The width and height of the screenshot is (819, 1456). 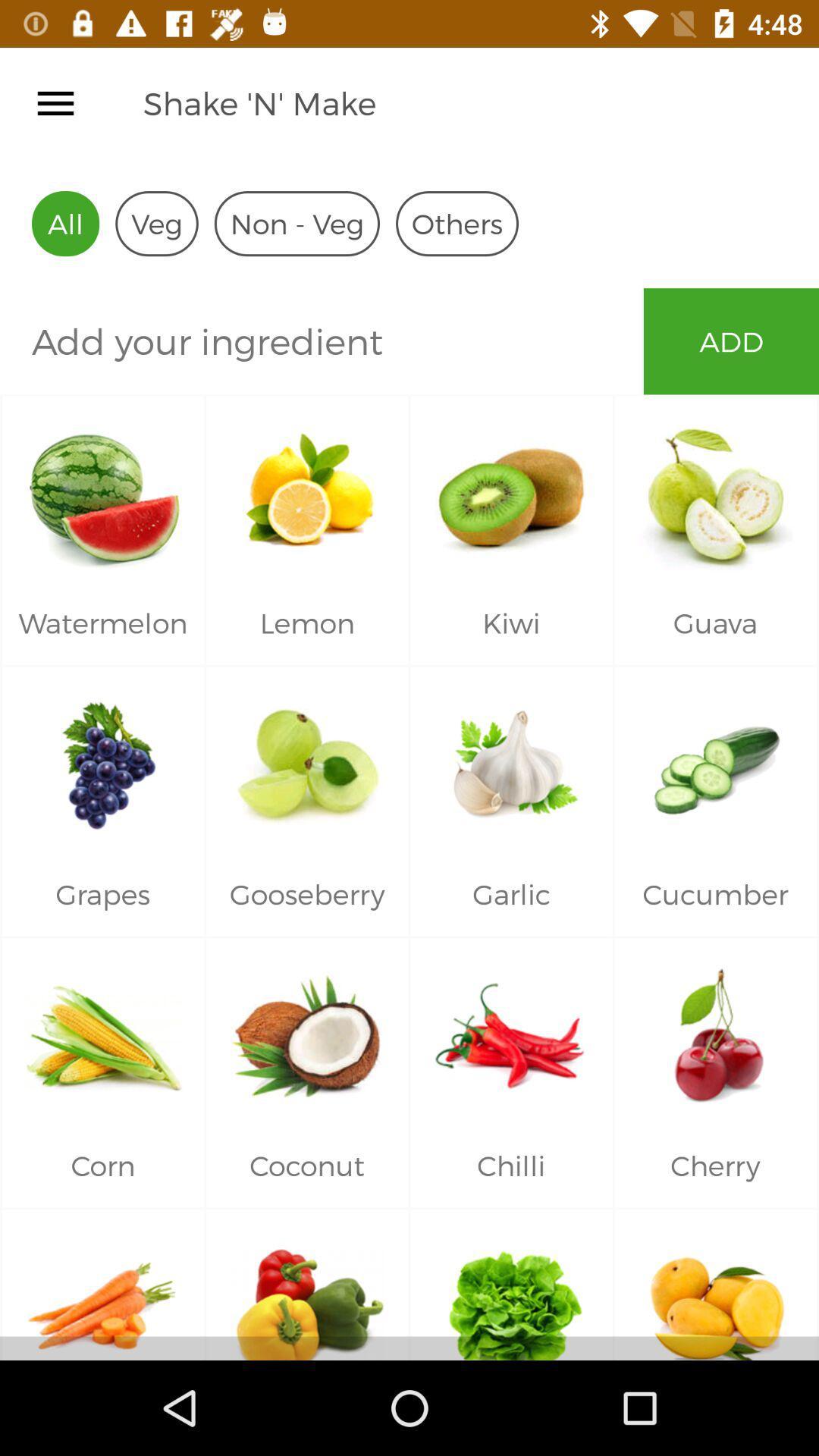 What do you see at coordinates (716, 760) in the screenshot?
I see `the image of cucumber` at bounding box center [716, 760].